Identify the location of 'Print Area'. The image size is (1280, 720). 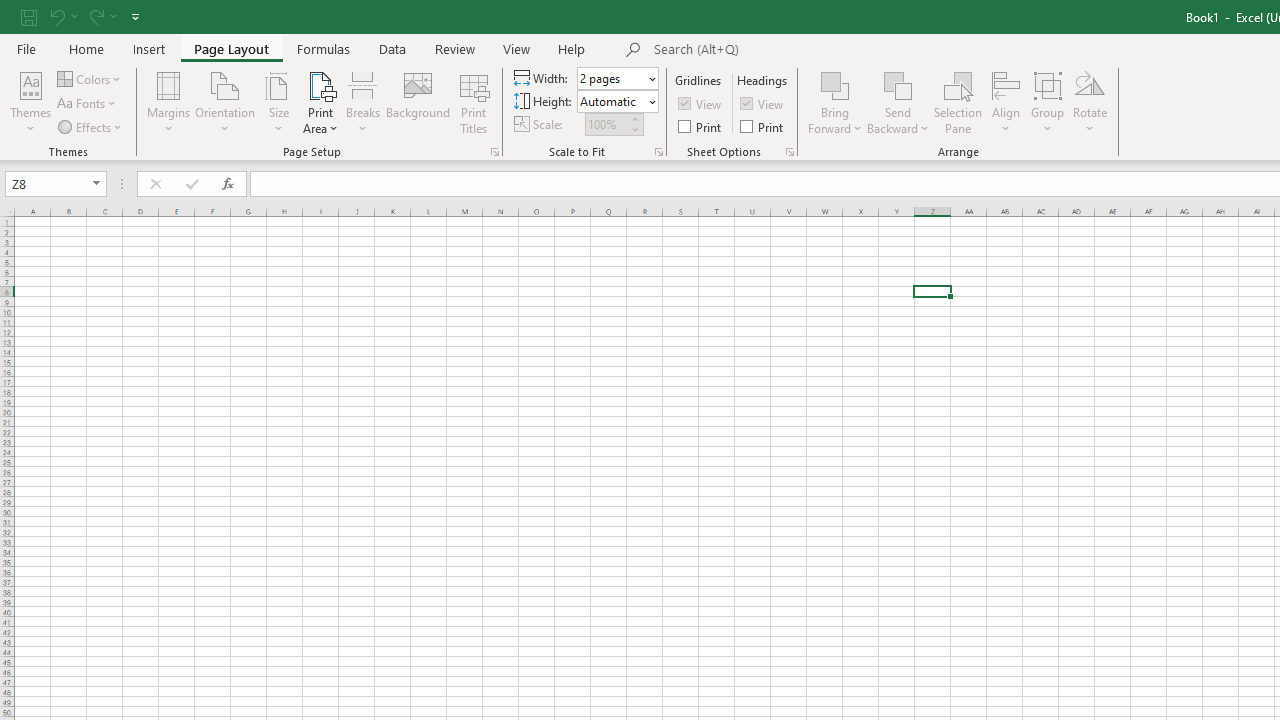
(320, 103).